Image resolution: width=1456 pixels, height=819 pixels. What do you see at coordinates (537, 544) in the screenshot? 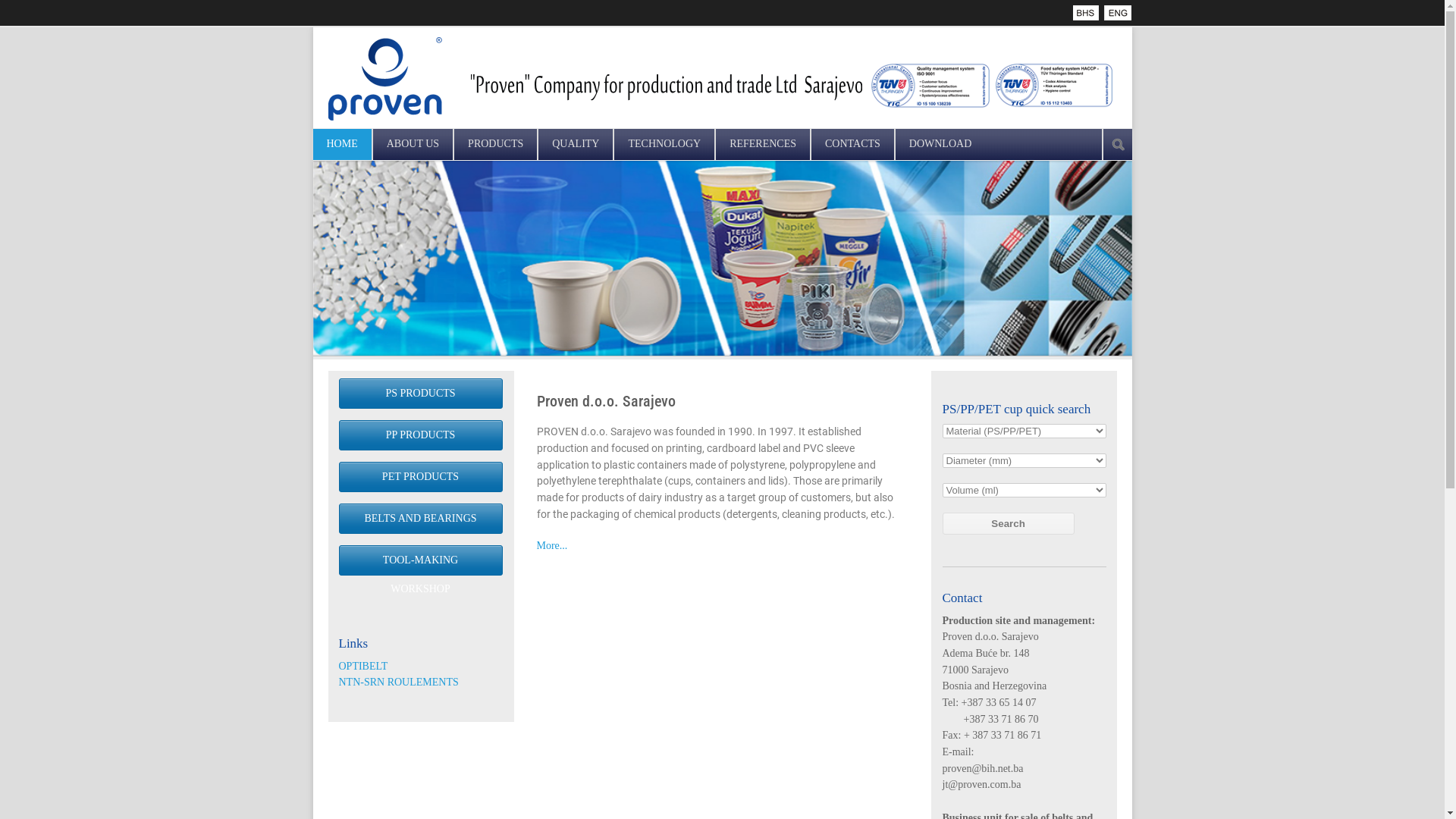
I see `'More...'` at bounding box center [537, 544].